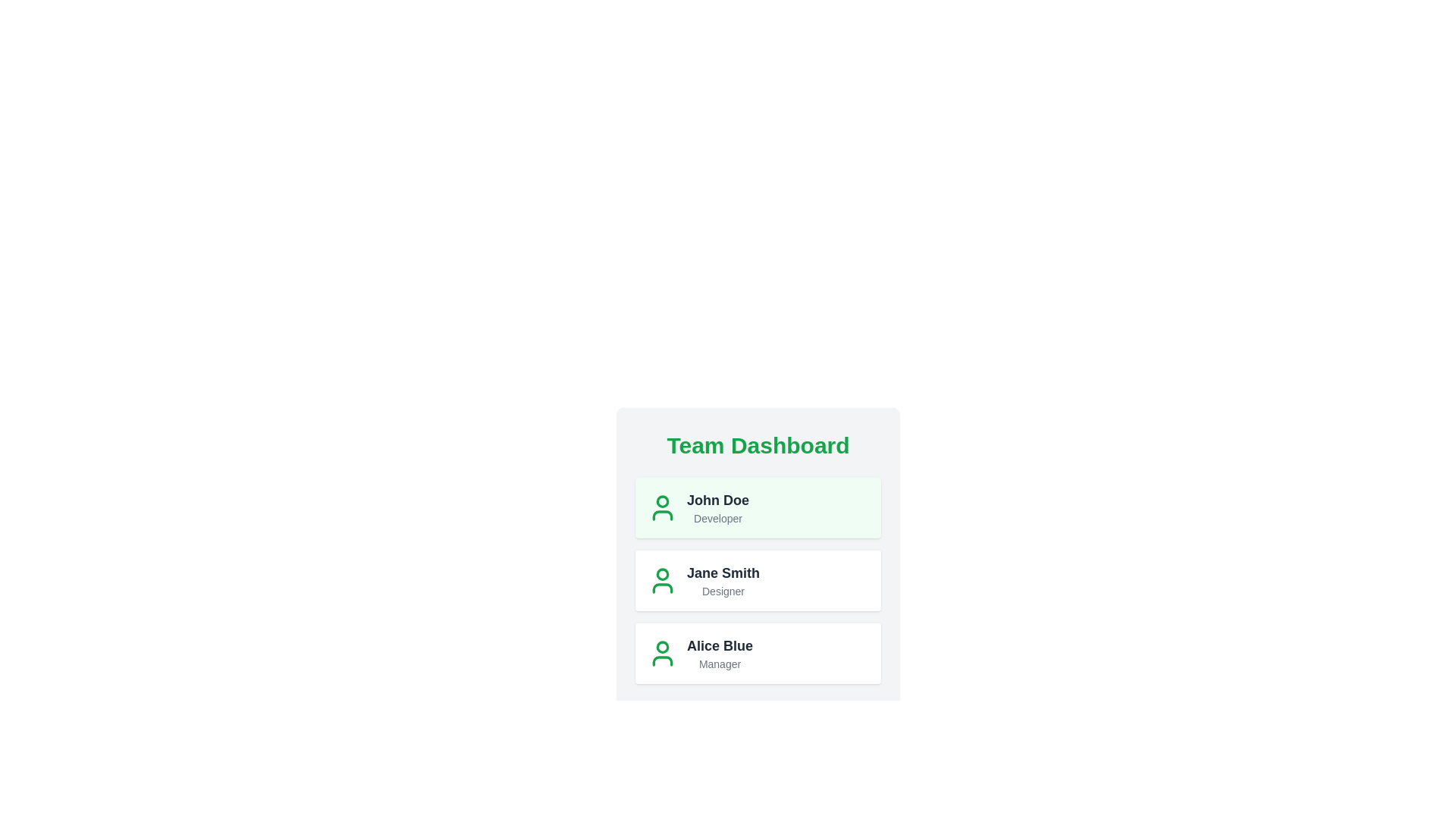 Image resolution: width=1456 pixels, height=819 pixels. I want to click on the bottom portion of the user profile icon, which resembles shoulders in an outline style and is colored green, located on the 'John Doe' card under the 'Team Dashboard' section, so click(662, 660).